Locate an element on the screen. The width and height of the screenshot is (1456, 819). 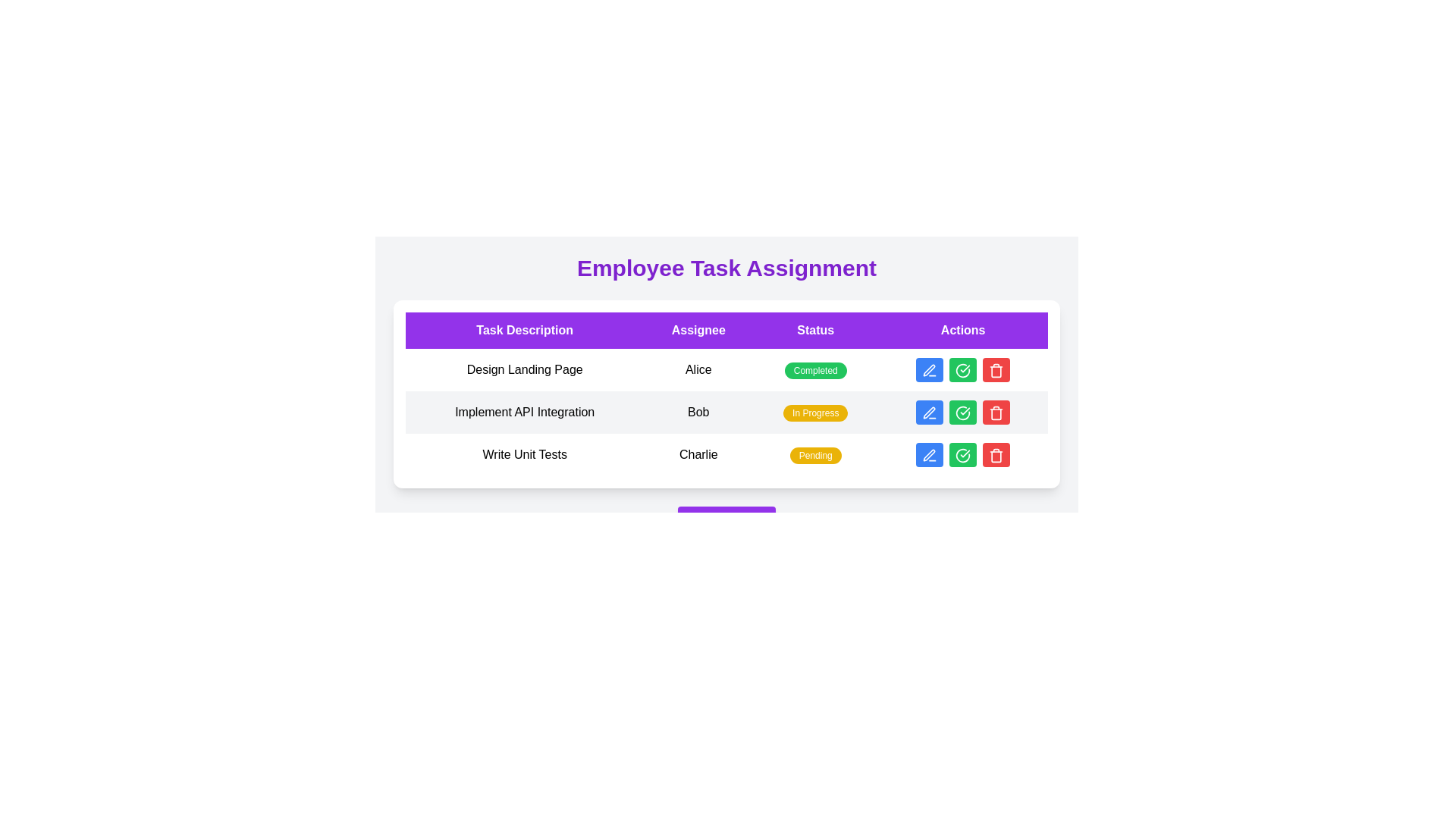
the Status Indicator Badge with yellow background and white text that reads 'In Progress', located in the 'Status' column of the second row in the data table is located at coordinates (814, 413).